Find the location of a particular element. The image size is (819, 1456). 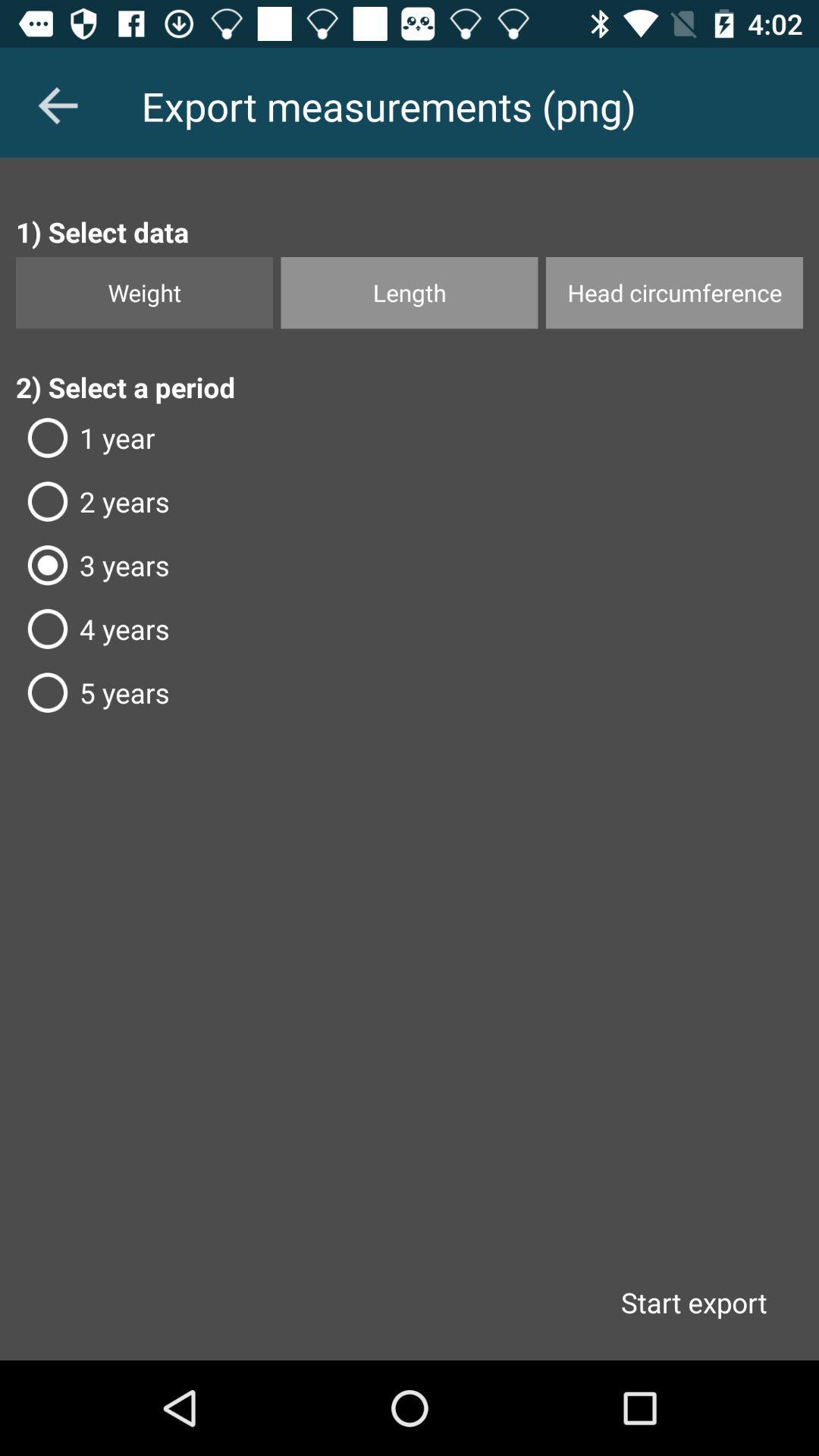

go back is located at coordinates (57, 105).